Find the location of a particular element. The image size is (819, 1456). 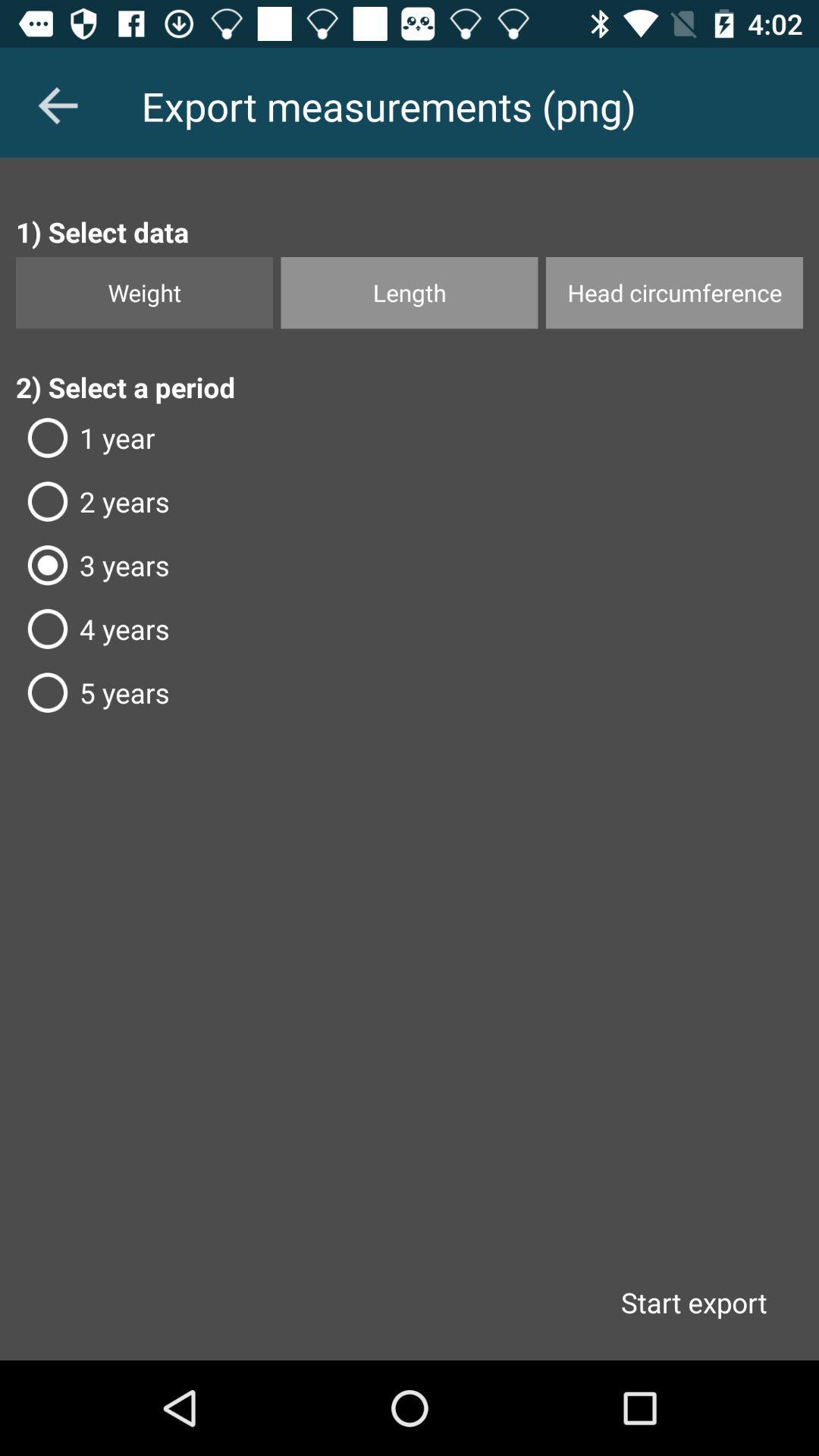

go back is located at coordinates (57, 105).